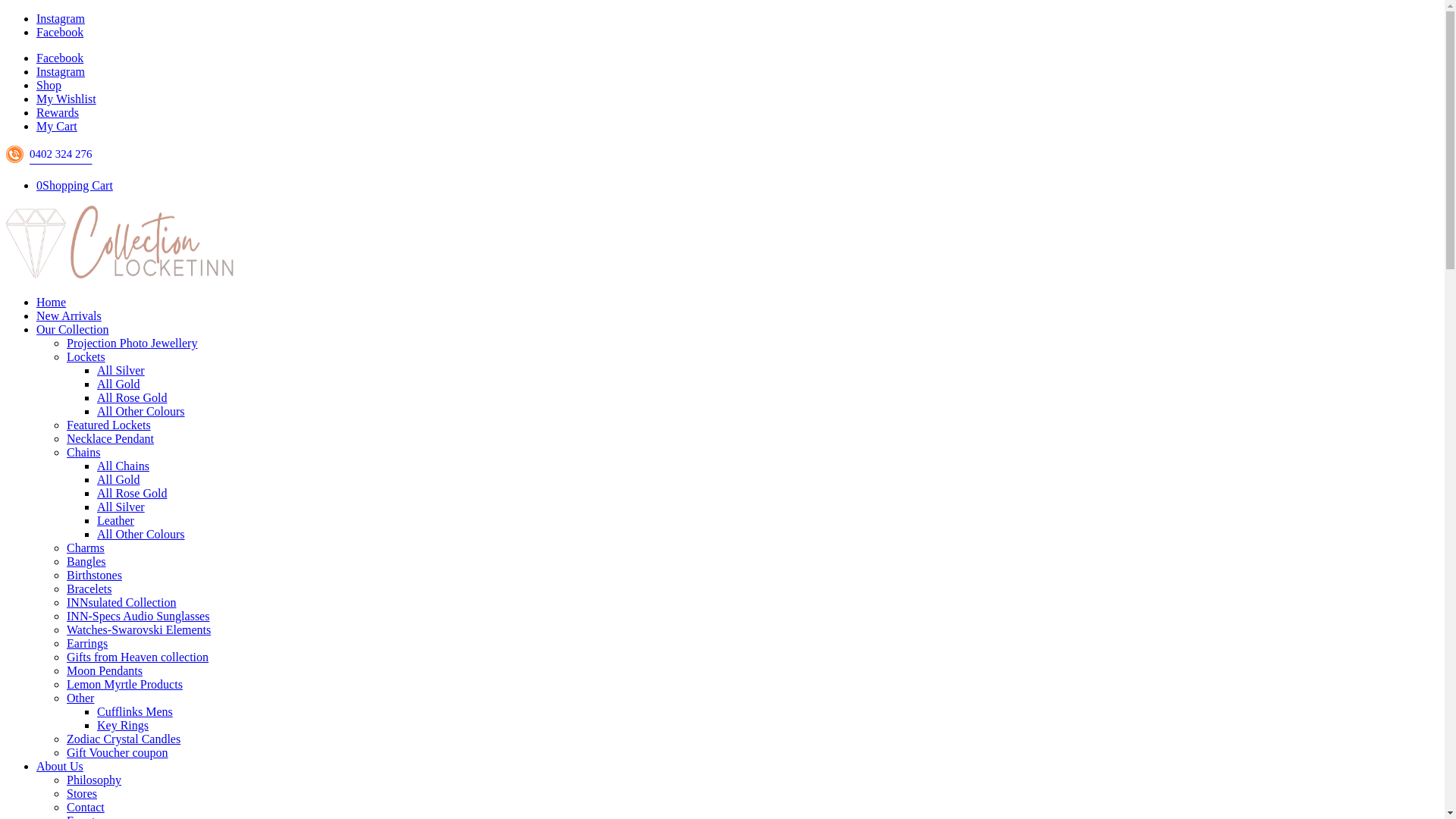 This screenshot has height=819, width=1456. What do you see at coordinates (86, 561) in the screenshot?
I see `'Bangles'` at bounding box center [86, 561].